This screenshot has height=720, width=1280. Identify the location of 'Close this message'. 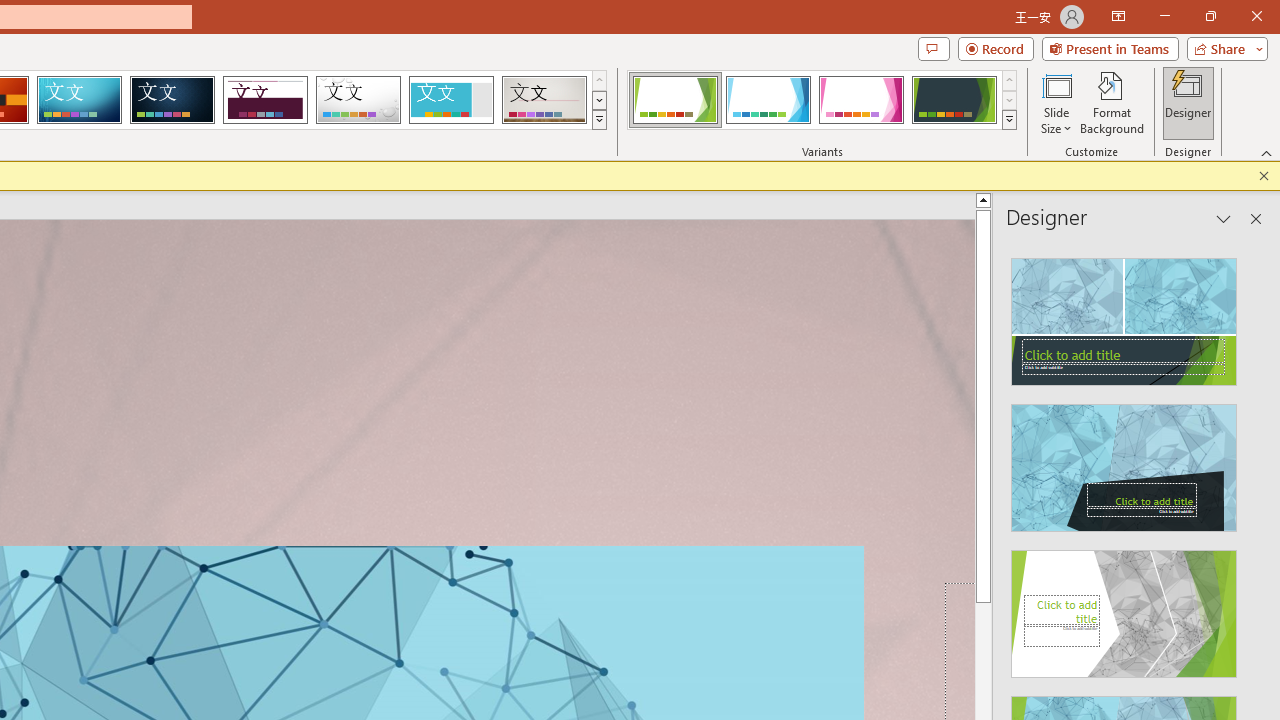
(1263, 175).